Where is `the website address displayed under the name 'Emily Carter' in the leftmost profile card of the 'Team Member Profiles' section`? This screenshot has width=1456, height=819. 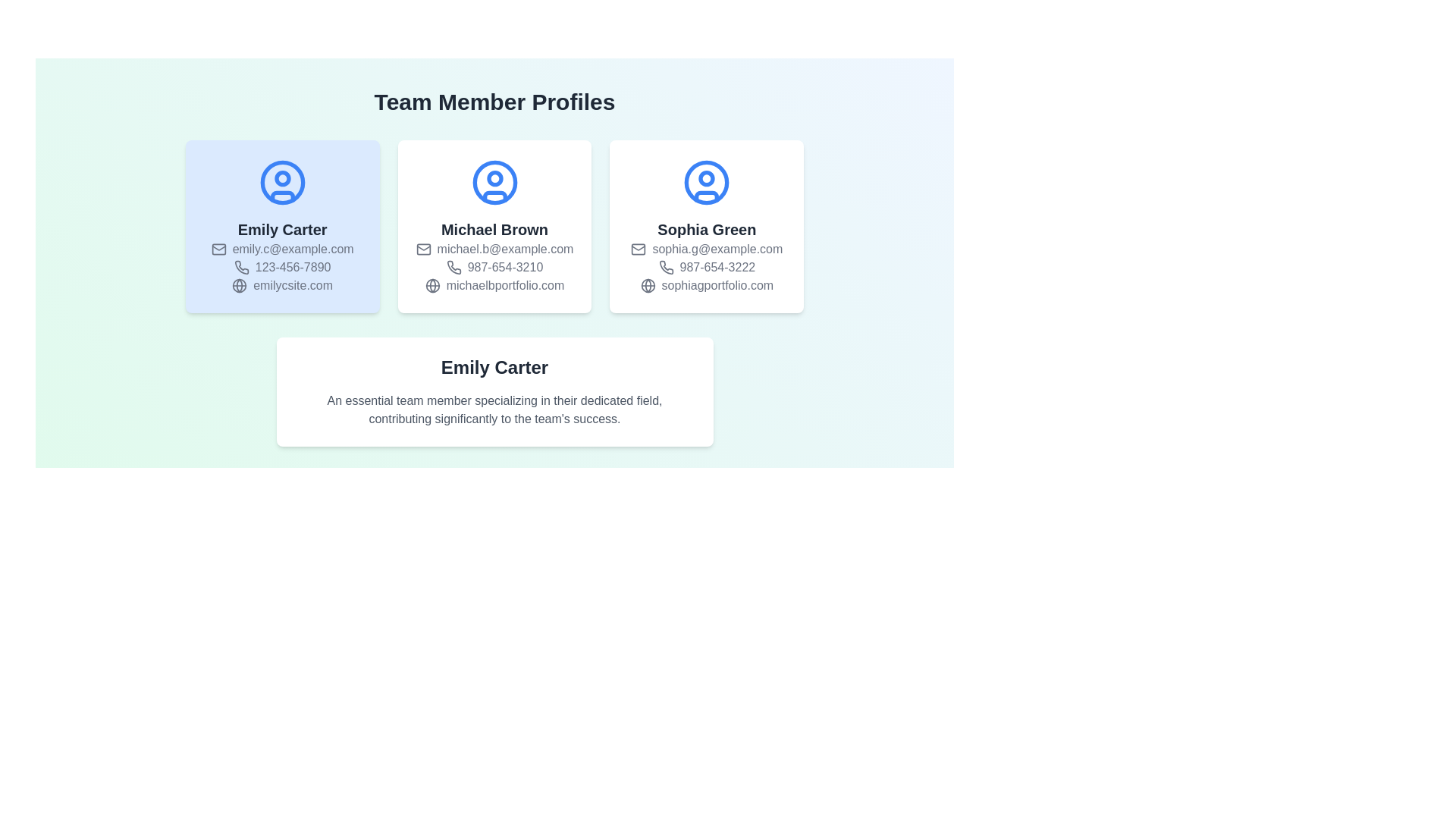
the website address displayed under the name 'Emily Carter' in the leftmost profile card of the 'Team Member Profiles' section is located at coordinates (282, 286).